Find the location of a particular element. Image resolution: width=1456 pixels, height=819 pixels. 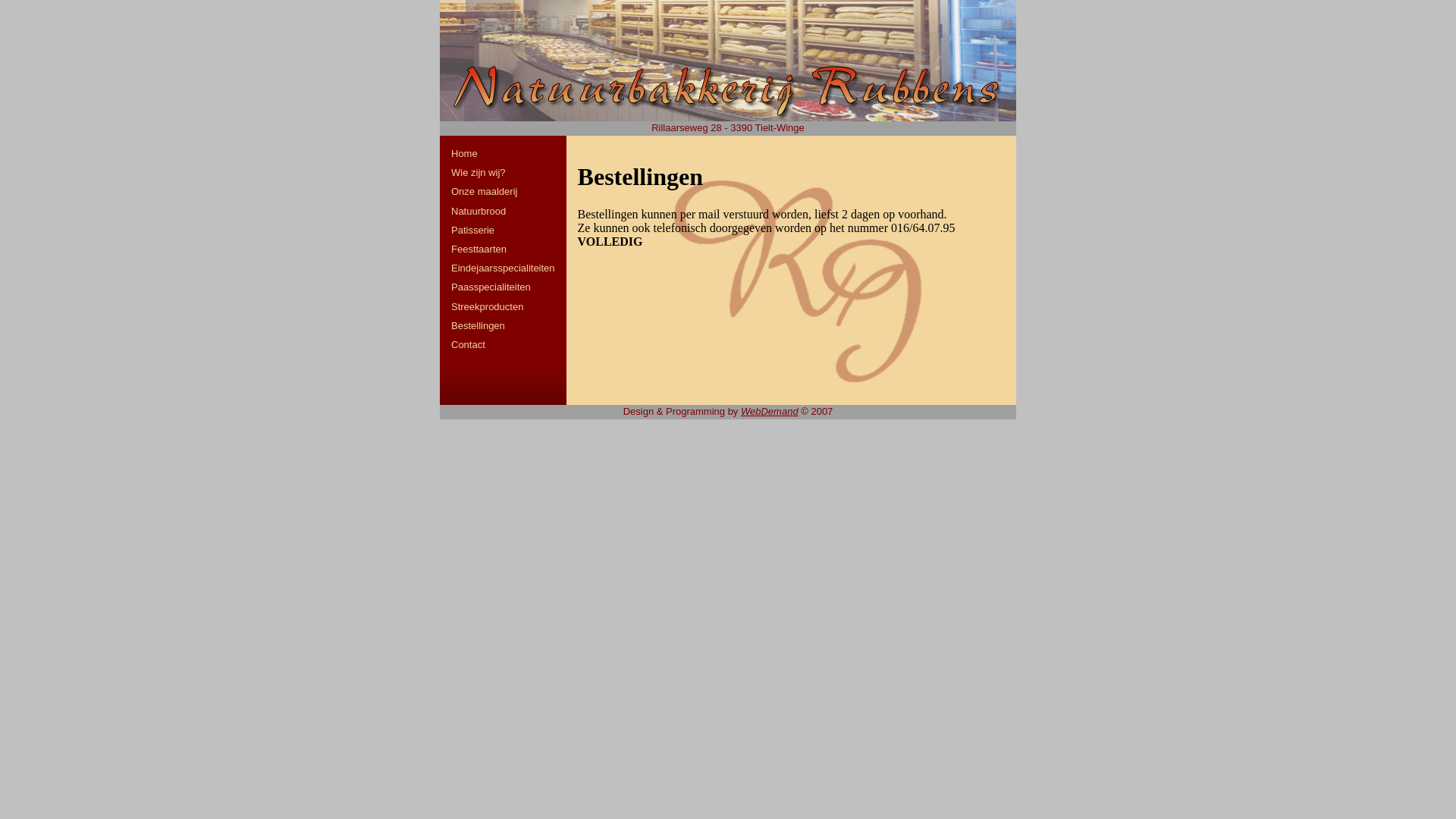

'Onze maalderij' is located at coordinates (483, 190).